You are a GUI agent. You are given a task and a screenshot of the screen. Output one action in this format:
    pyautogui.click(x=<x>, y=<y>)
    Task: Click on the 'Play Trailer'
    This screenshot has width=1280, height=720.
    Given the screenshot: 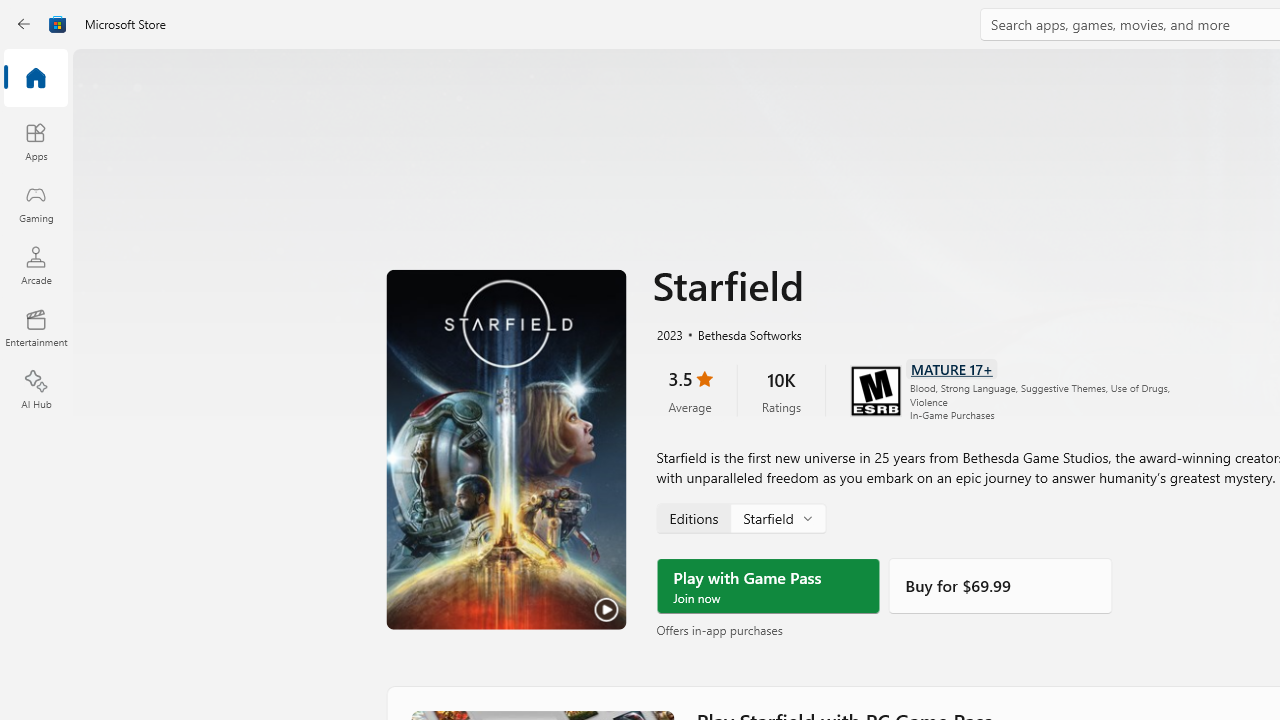 What is the action you would take?
    pyautogui.click(x=506, y=448)
    